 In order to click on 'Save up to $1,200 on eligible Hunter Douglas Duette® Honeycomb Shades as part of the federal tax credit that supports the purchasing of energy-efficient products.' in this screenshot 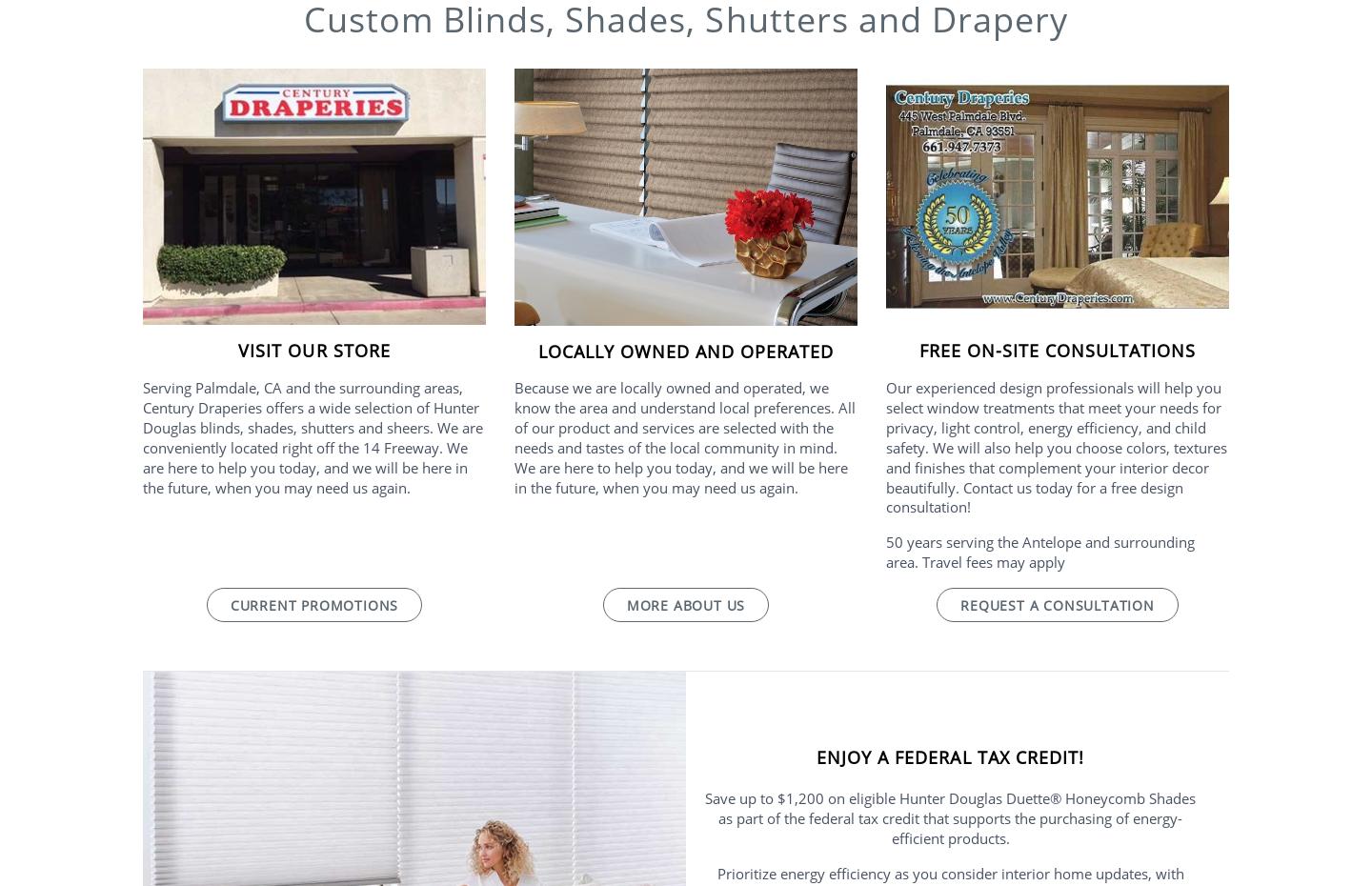, I will do `click(704, 817)`.